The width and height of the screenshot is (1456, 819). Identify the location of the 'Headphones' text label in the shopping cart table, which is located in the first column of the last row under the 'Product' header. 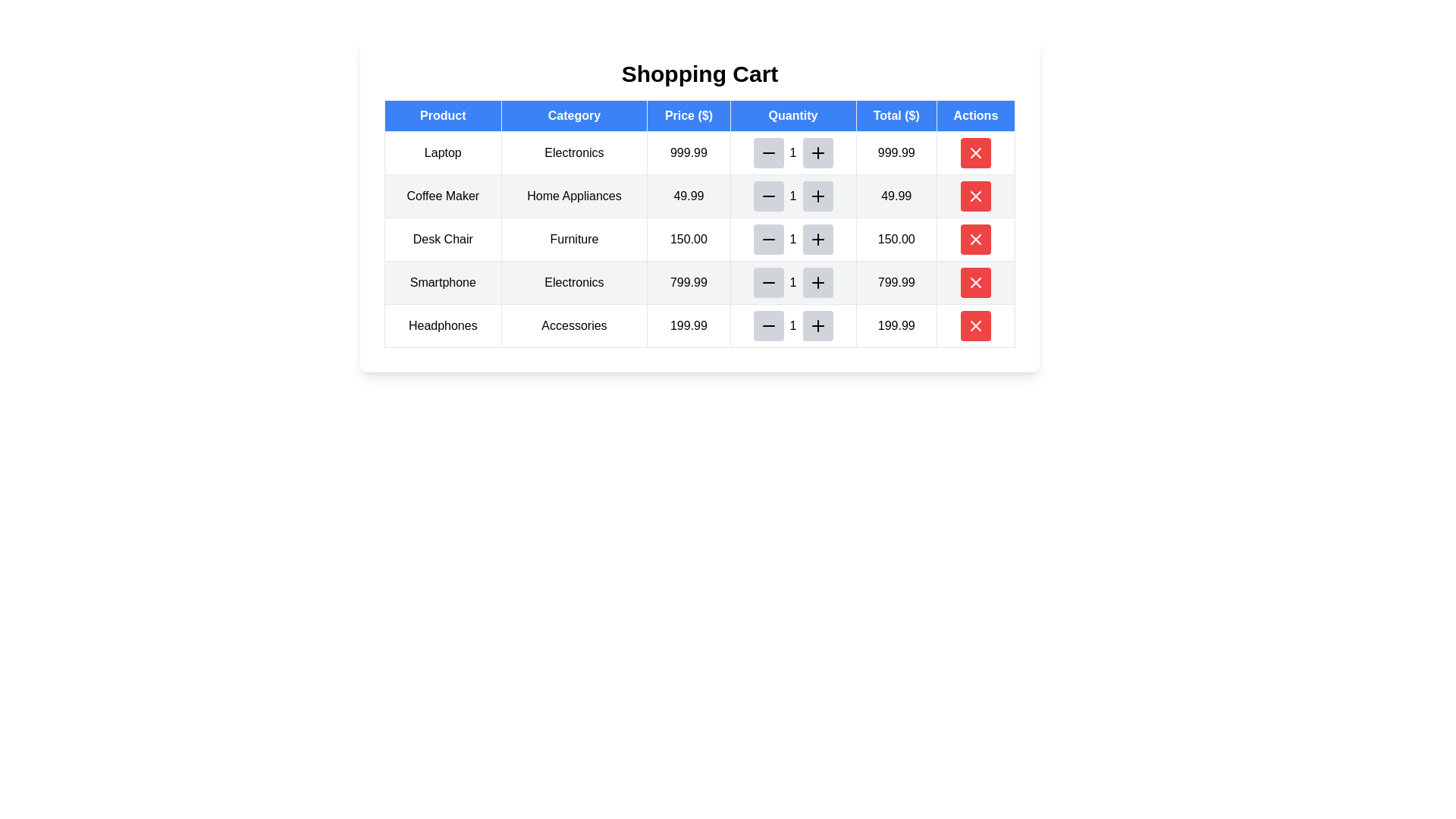
(442, 325).